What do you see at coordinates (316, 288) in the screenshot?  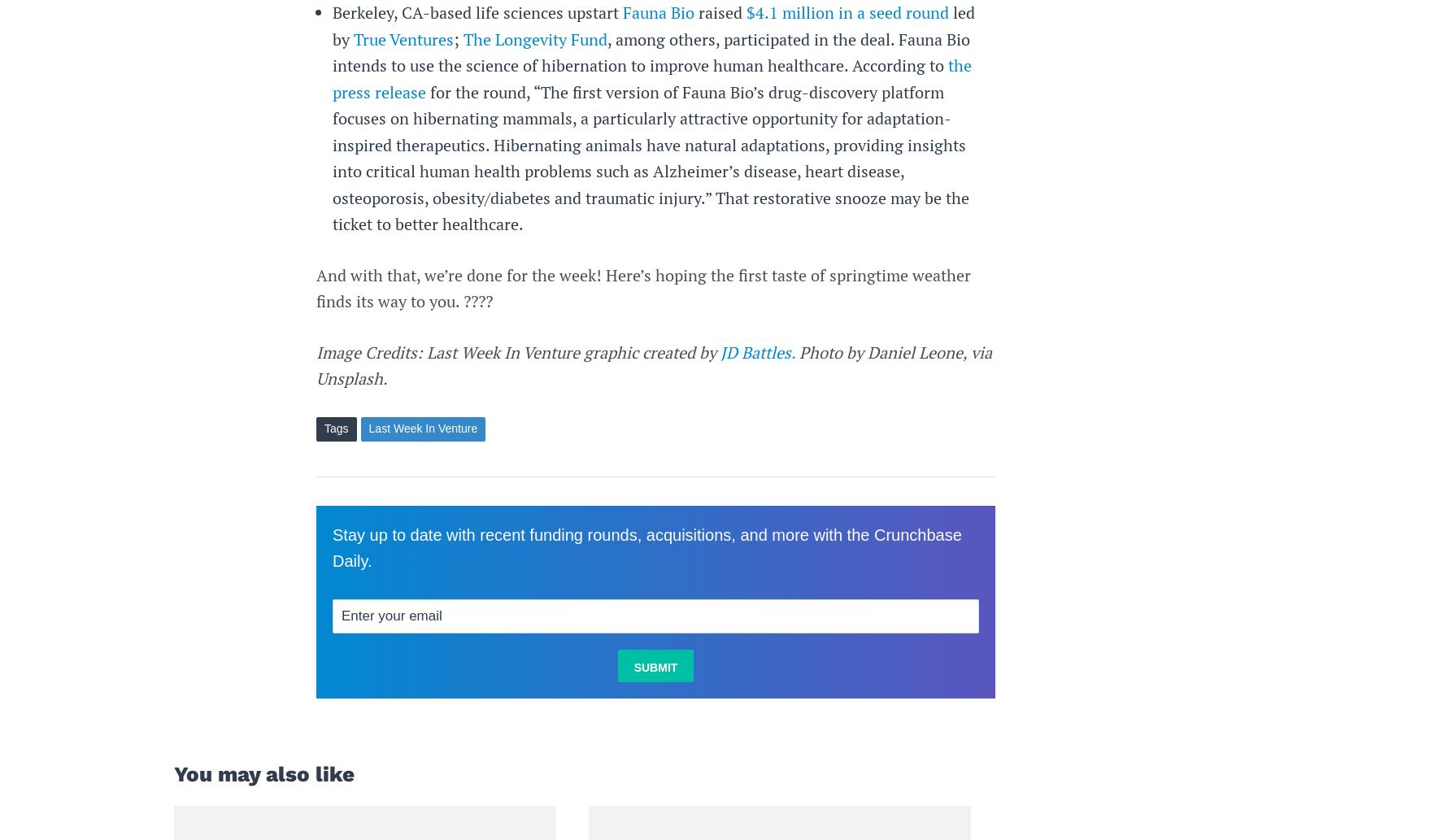 I see `'And with that, we’re done for the week! Here’s hoping the first taste of springtime weather finds its way to you. ??️??'` at bounding box center [316, 288].